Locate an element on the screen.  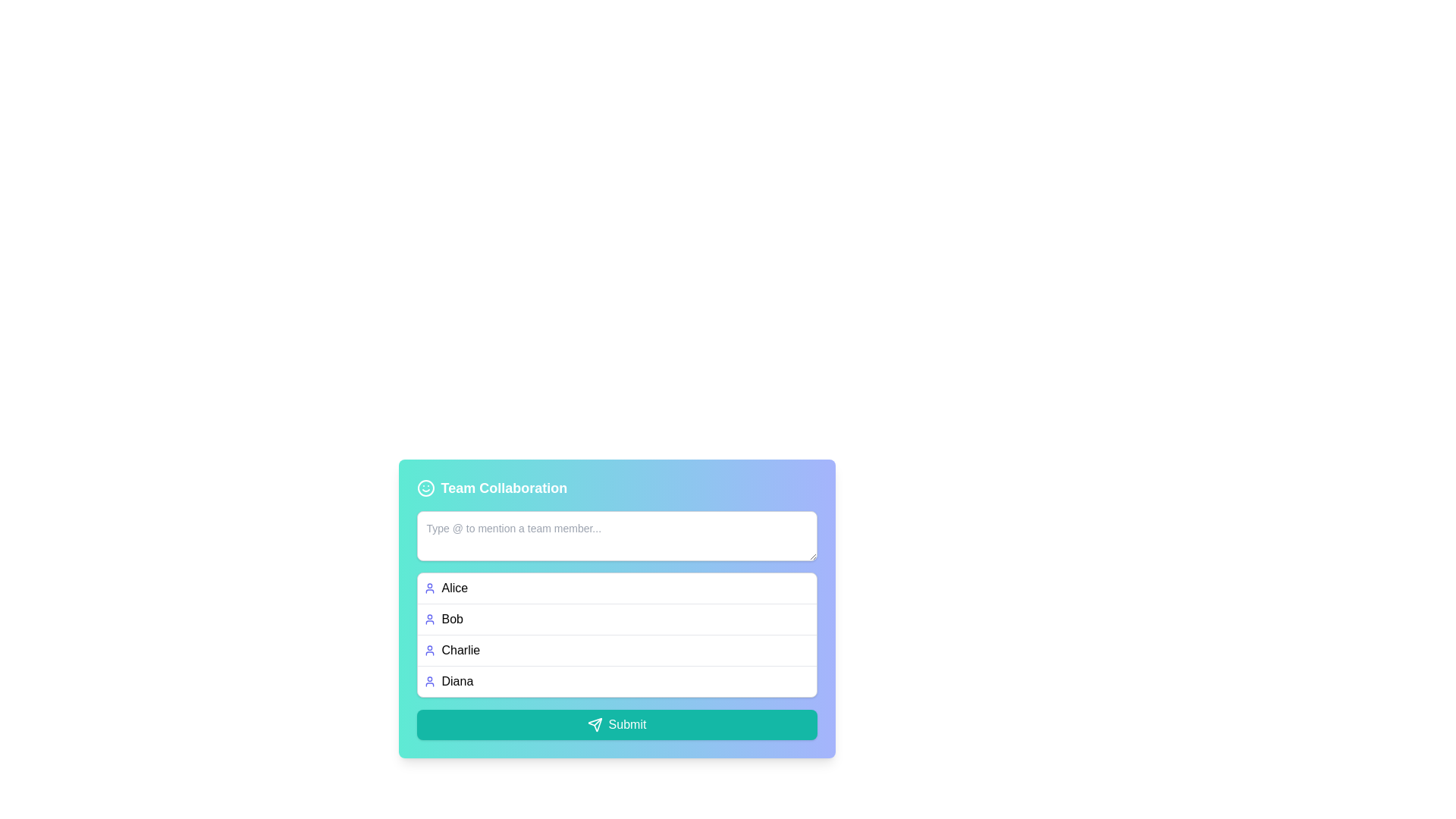
the confirm action button located at the bottom of the 'Team Collaboration' card for keyboard accessibility is located at coordinates (617, 724).